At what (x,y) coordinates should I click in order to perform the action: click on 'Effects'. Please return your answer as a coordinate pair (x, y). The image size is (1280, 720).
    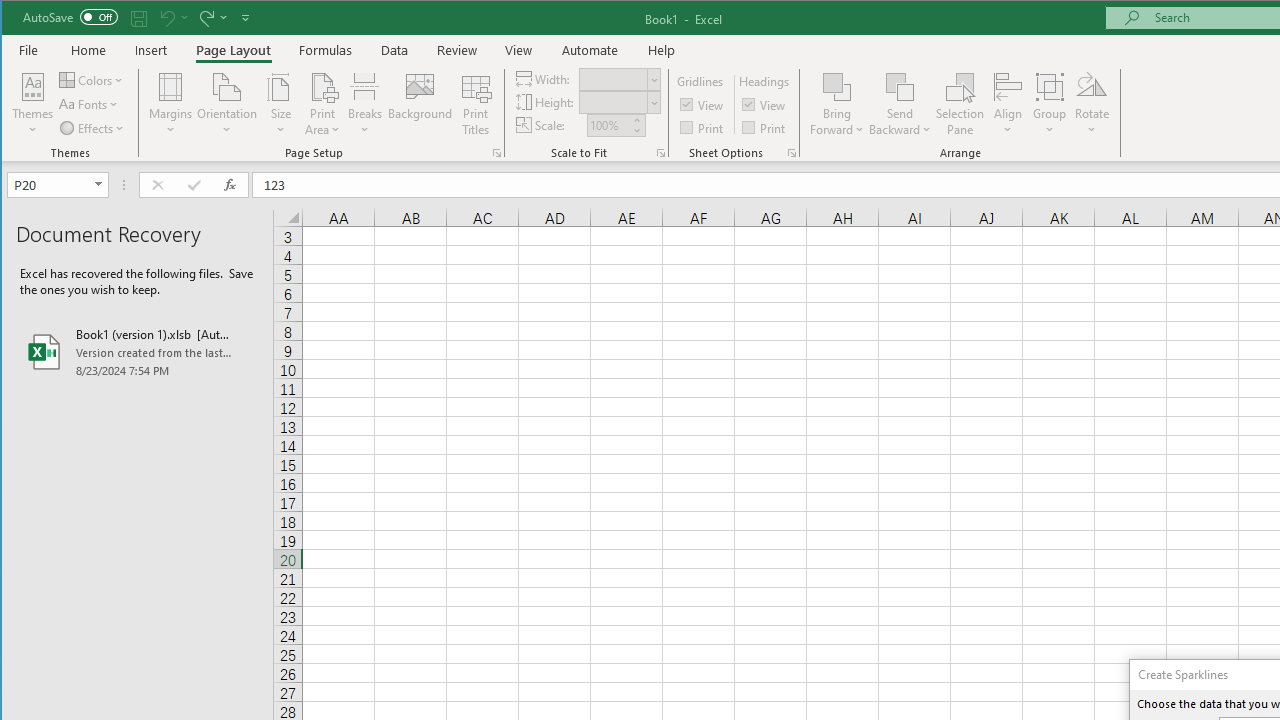
    Looking at the image, I should click on (92, 128).